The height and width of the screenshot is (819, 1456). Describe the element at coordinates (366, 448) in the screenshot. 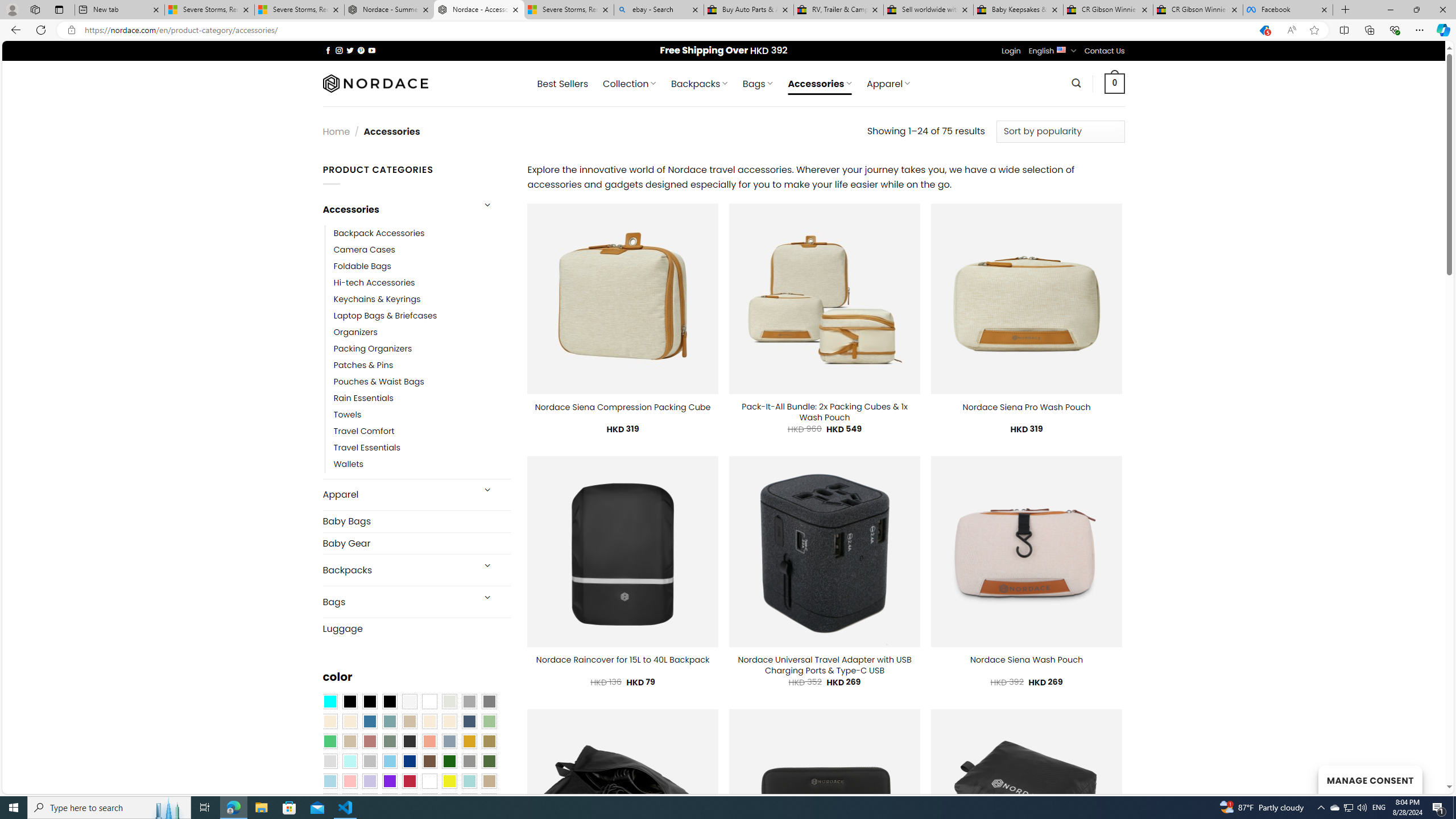

I see `'Travel Essentials'` at that location.